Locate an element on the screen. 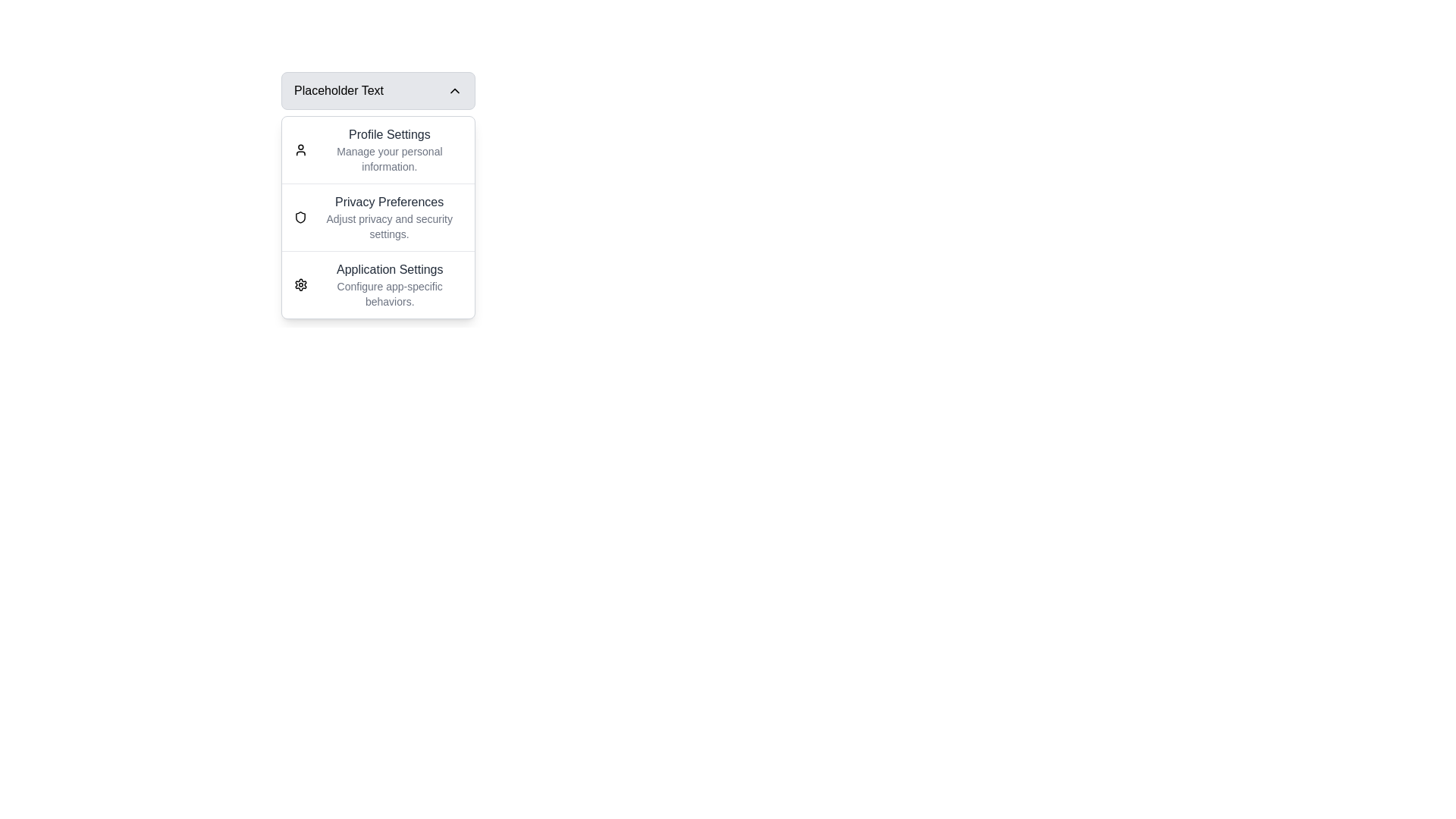 This screenshot has height=819, width=1456. the third menu item in the dropdown menu, located beneath 'Privacy Preferences' is located at coordinates (378, 284).